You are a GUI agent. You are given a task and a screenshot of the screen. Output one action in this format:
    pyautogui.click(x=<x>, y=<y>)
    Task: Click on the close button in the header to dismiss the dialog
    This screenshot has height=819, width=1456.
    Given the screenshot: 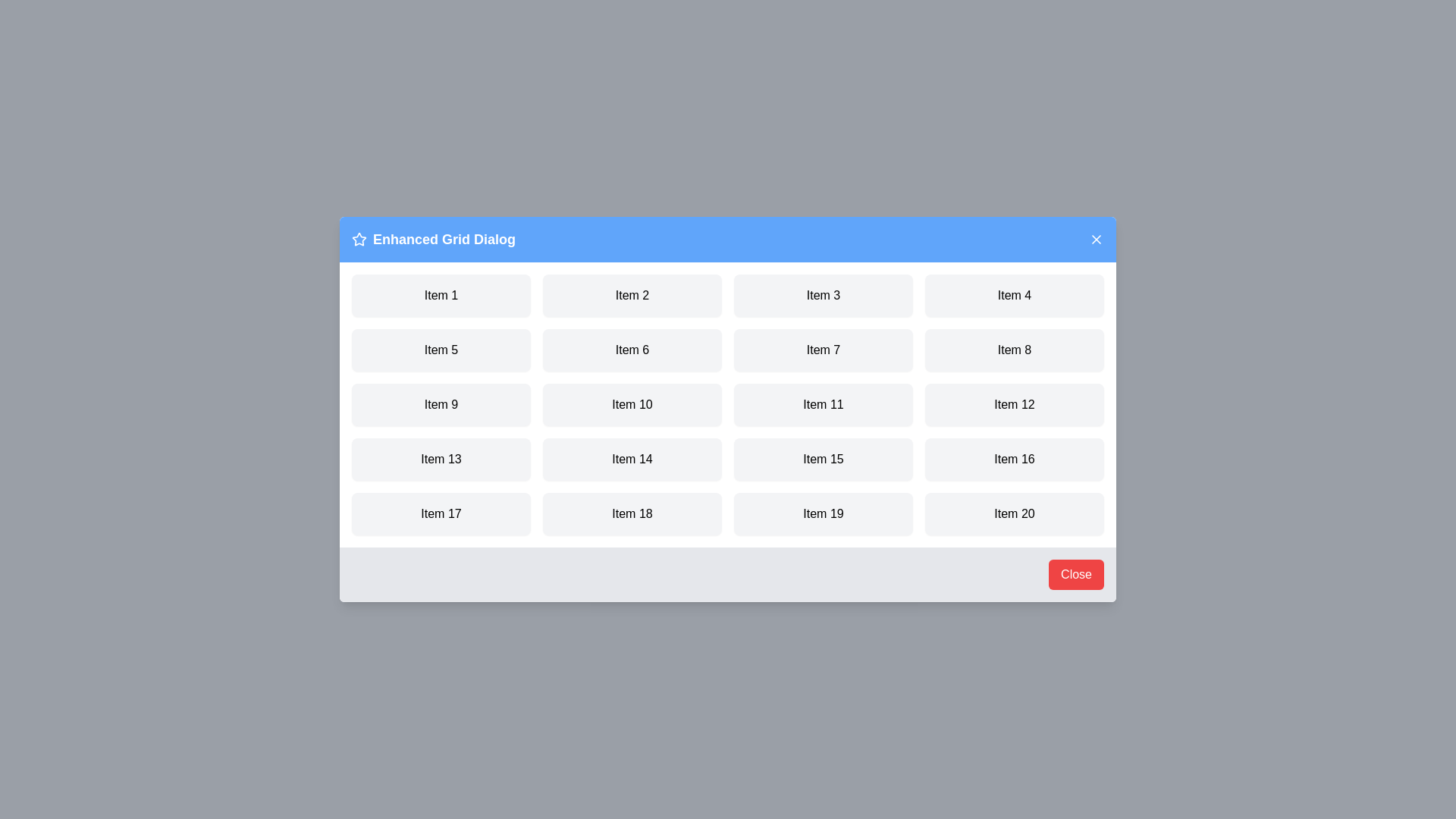 What is the action you would take?
    pyautogui.click(x=1096, y=239)
    